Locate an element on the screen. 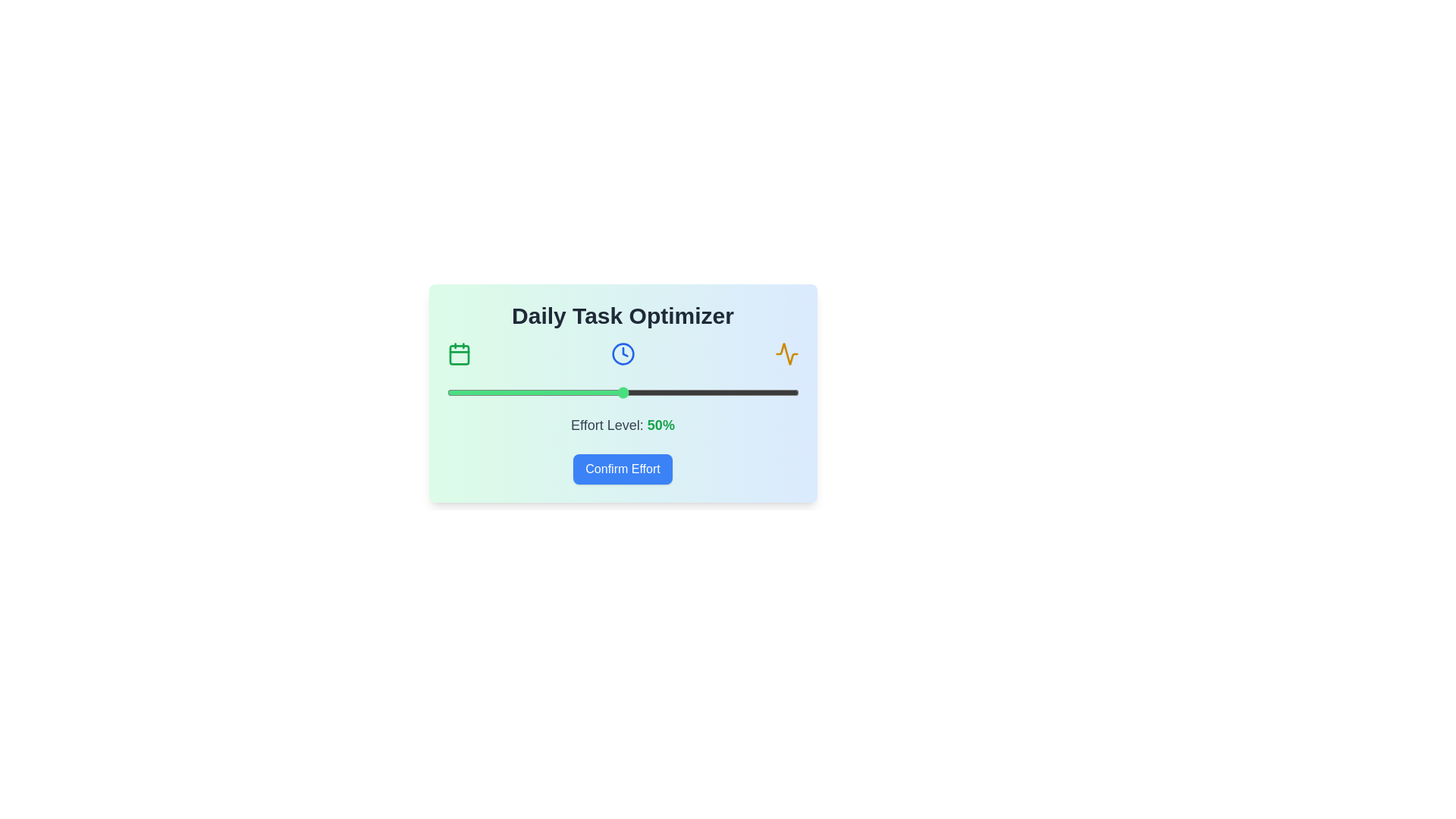 This screenshot has width=1456, height=819. the effort level to 74% by interacting with the slider is located at coordinates (706, 391).